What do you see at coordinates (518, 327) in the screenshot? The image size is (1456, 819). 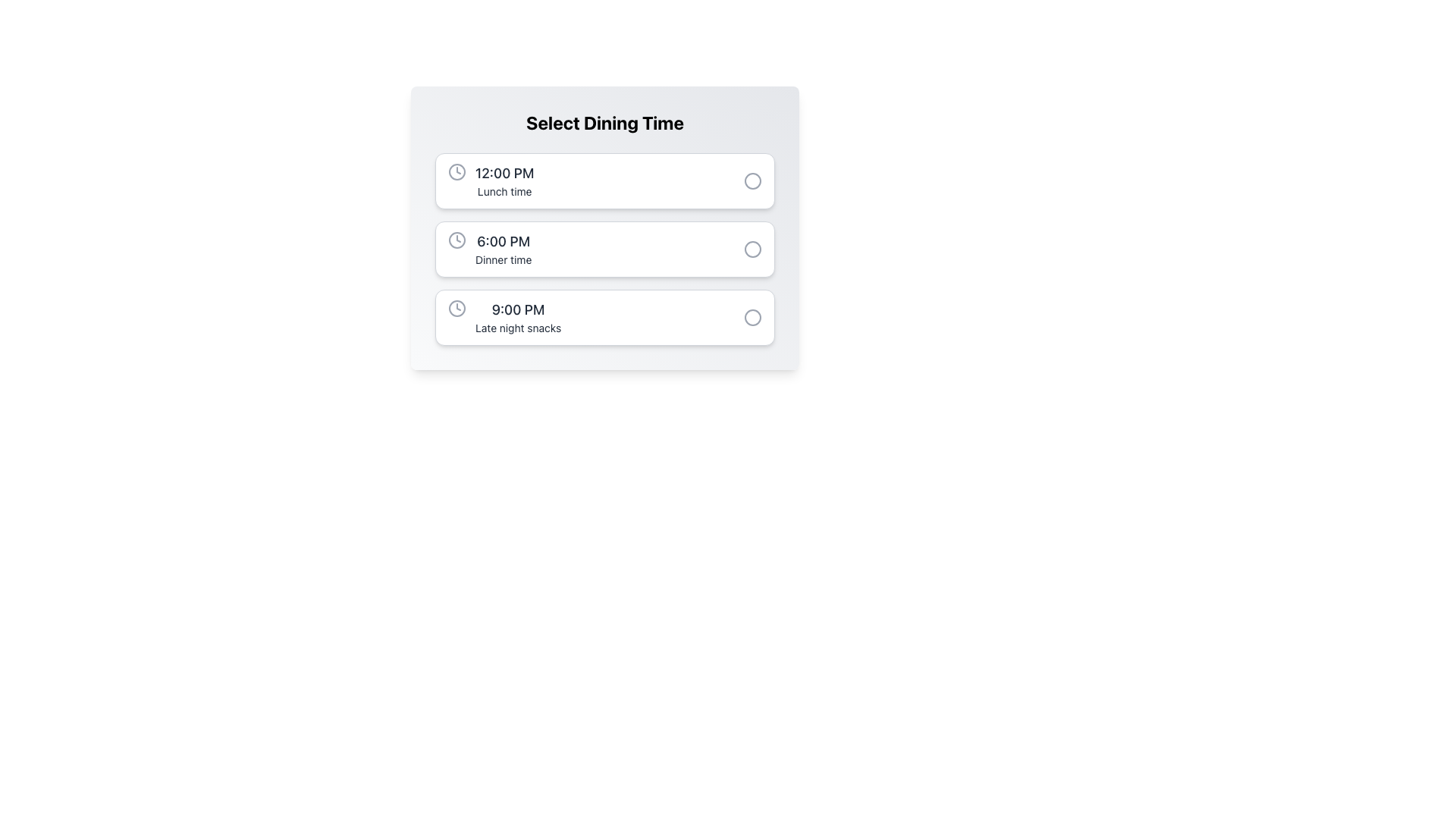 I see `the static text labeled 'Late night snacks' that provides information about the 9:00 PM time slot` at bounding box center [518, 327].